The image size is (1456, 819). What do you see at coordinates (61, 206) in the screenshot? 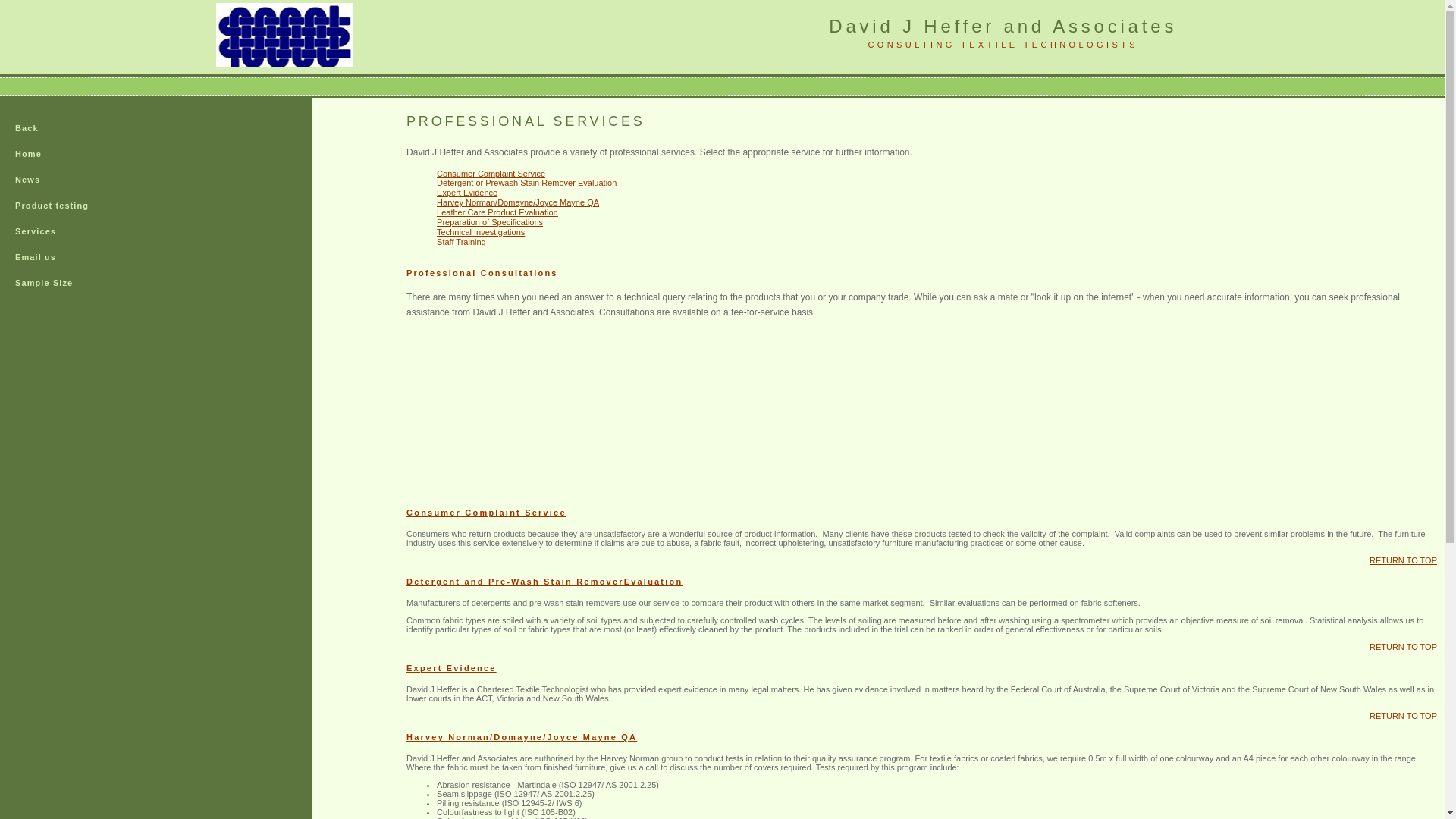
I see `'Product testing'` at bounding box center [61, 206].